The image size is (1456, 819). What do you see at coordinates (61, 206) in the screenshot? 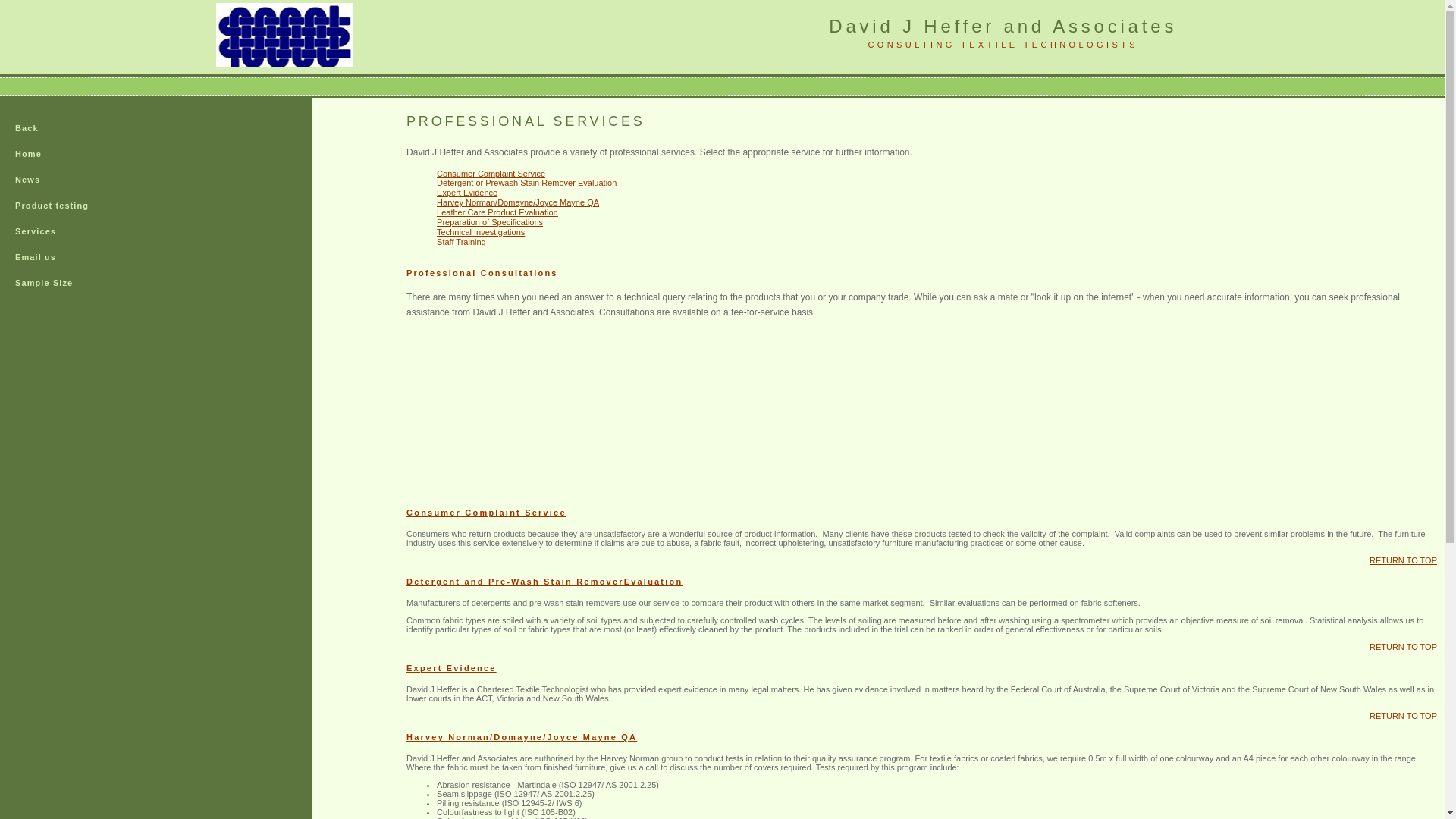
I see `'Product testing'` at bounding box center [61, 206].